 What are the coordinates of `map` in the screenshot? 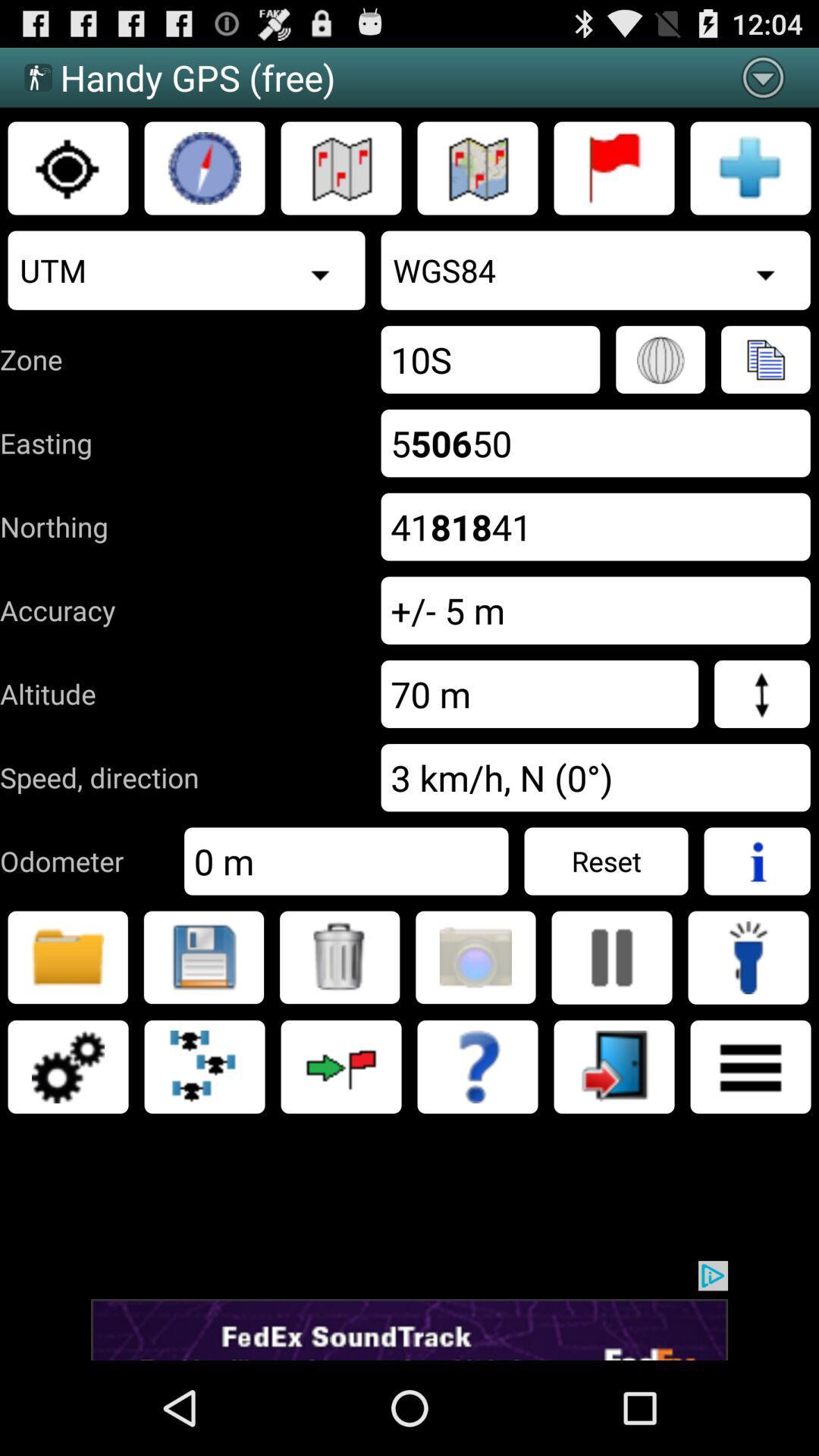 It's located at (341, 168).